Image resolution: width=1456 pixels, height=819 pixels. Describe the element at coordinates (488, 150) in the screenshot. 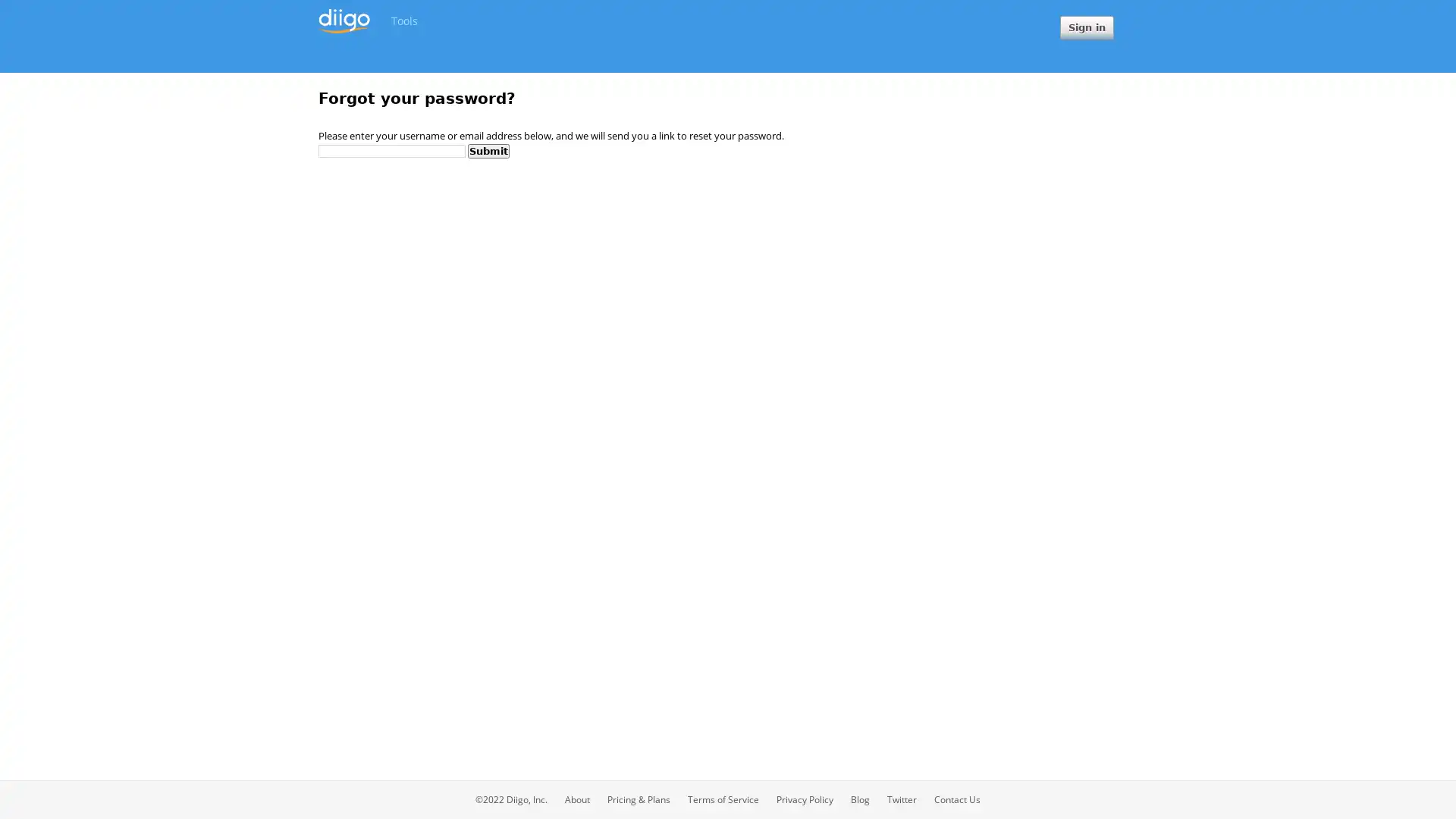

I see `Submit` at that location.